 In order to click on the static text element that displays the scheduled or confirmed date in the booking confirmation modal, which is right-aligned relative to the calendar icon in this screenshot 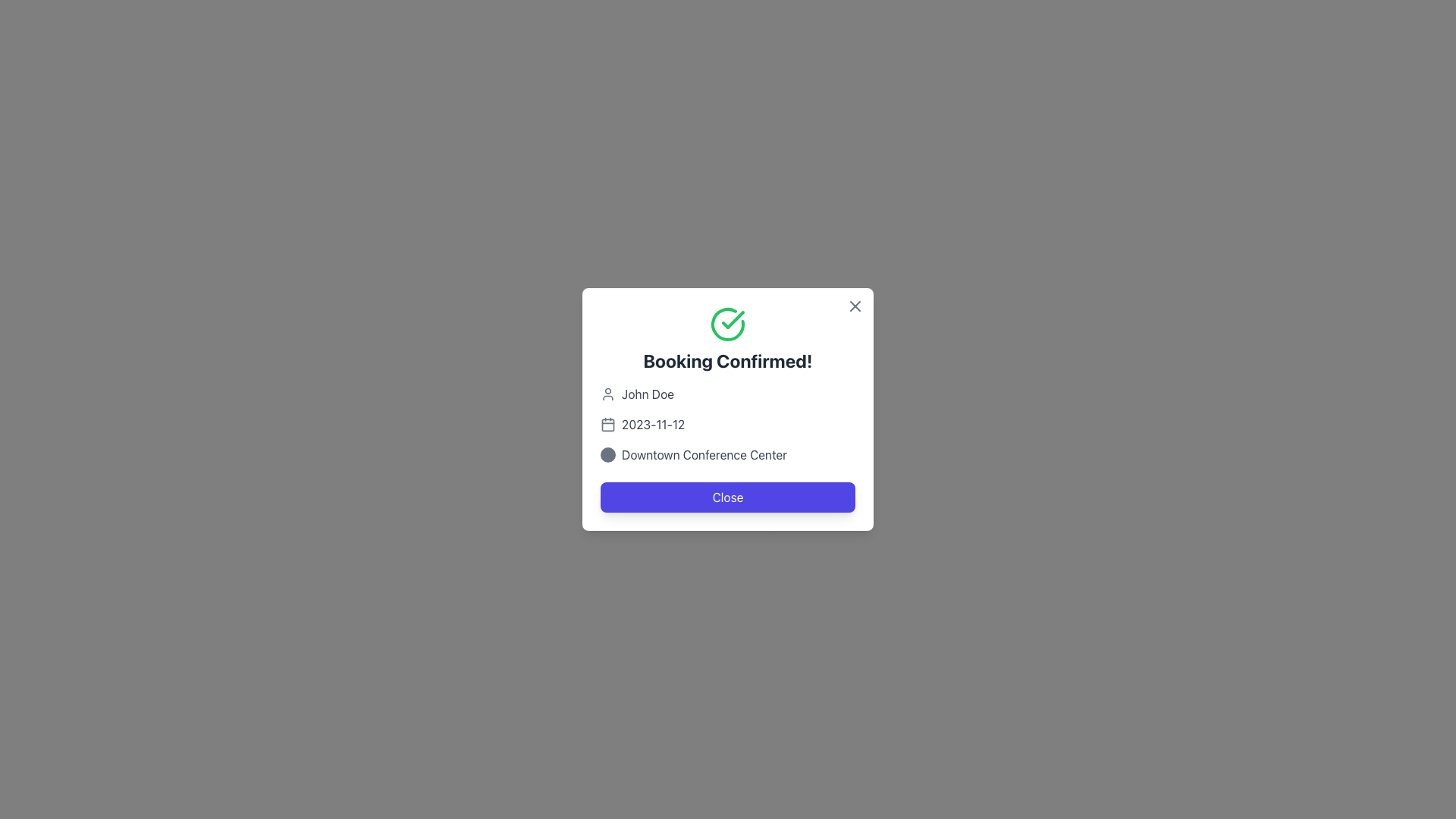, I will do `click(653, 424)`.